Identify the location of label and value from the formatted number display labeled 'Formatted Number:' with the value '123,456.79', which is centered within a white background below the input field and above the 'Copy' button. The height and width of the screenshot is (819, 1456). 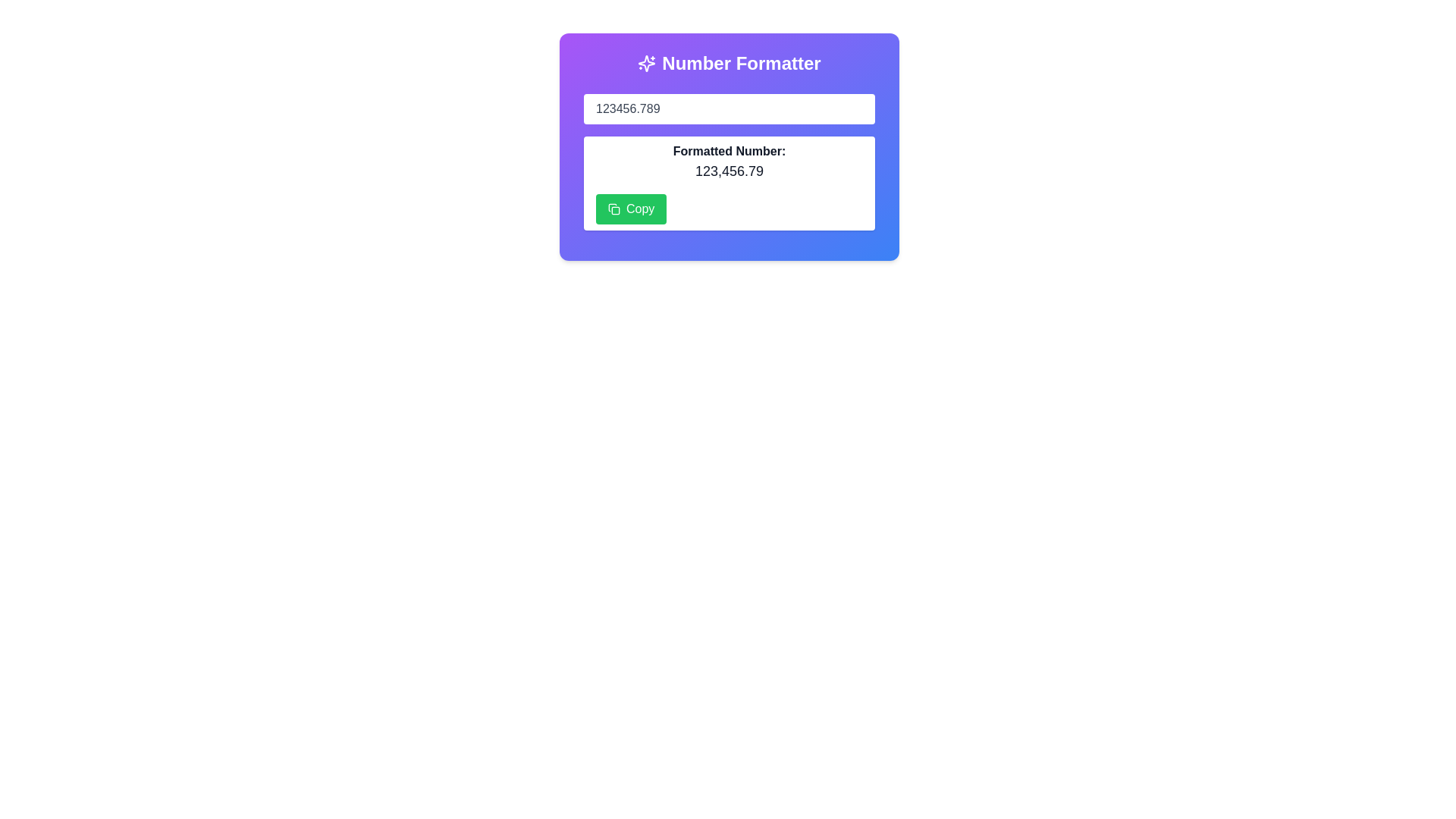
(729, 162).